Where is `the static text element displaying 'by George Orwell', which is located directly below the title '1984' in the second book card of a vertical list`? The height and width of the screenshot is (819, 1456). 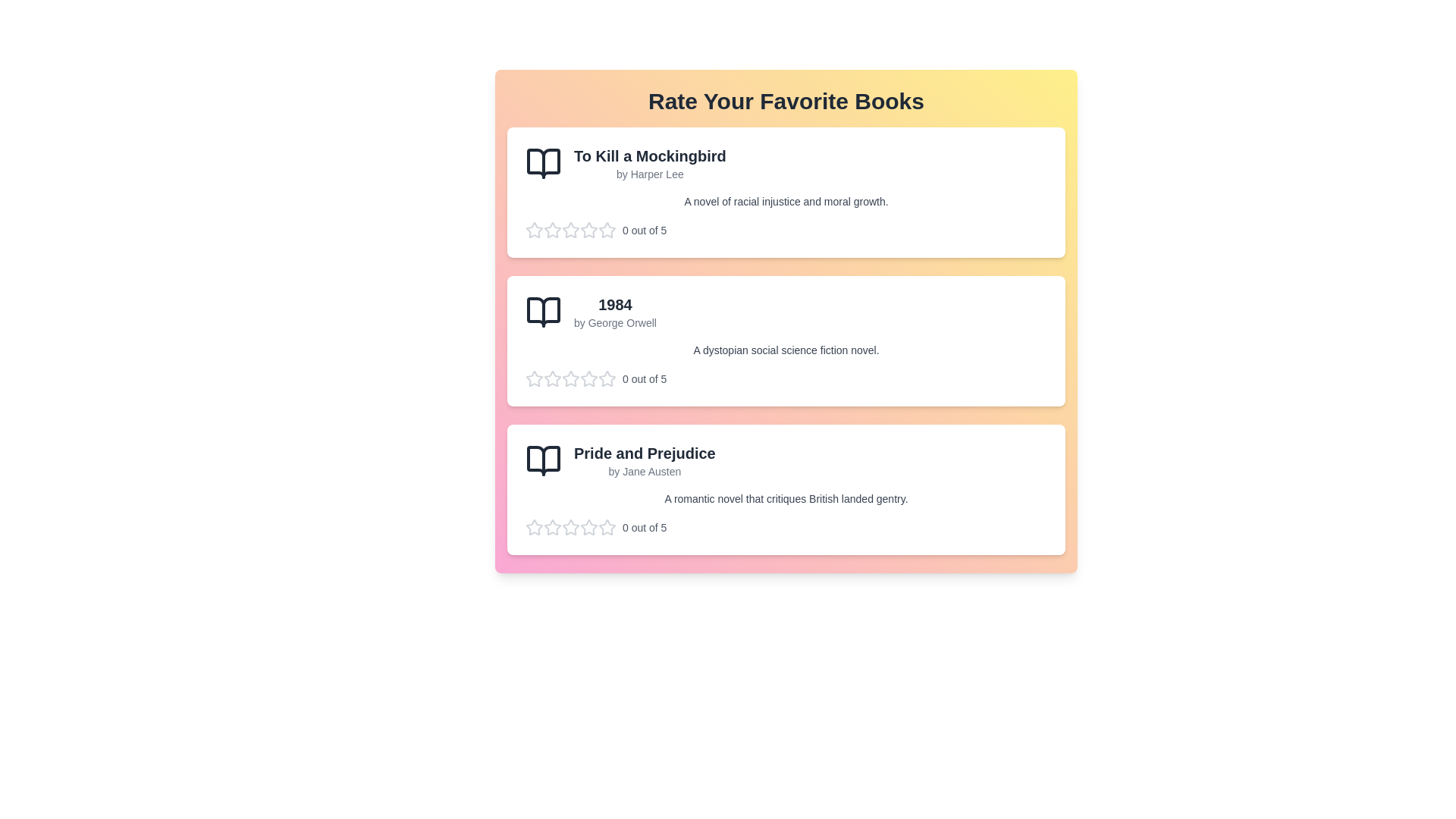
the static text element displaying 'by George Orwell', which is located directly below the title '1984' in the second book card of a vertical list is located at coordinates (615, 322).